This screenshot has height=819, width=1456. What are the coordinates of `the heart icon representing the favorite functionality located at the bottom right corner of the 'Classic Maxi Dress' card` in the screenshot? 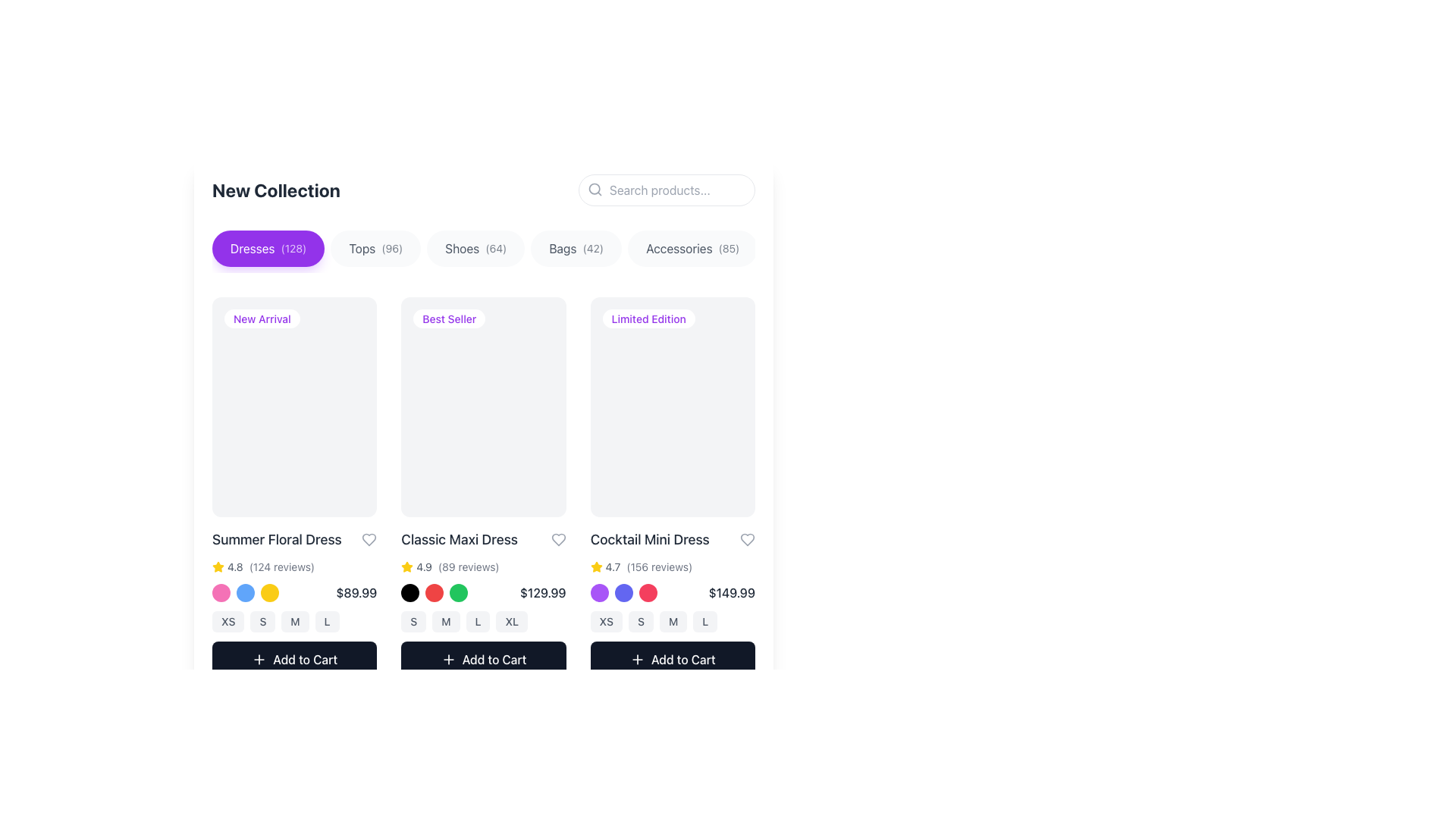 It's located at (369, 538).